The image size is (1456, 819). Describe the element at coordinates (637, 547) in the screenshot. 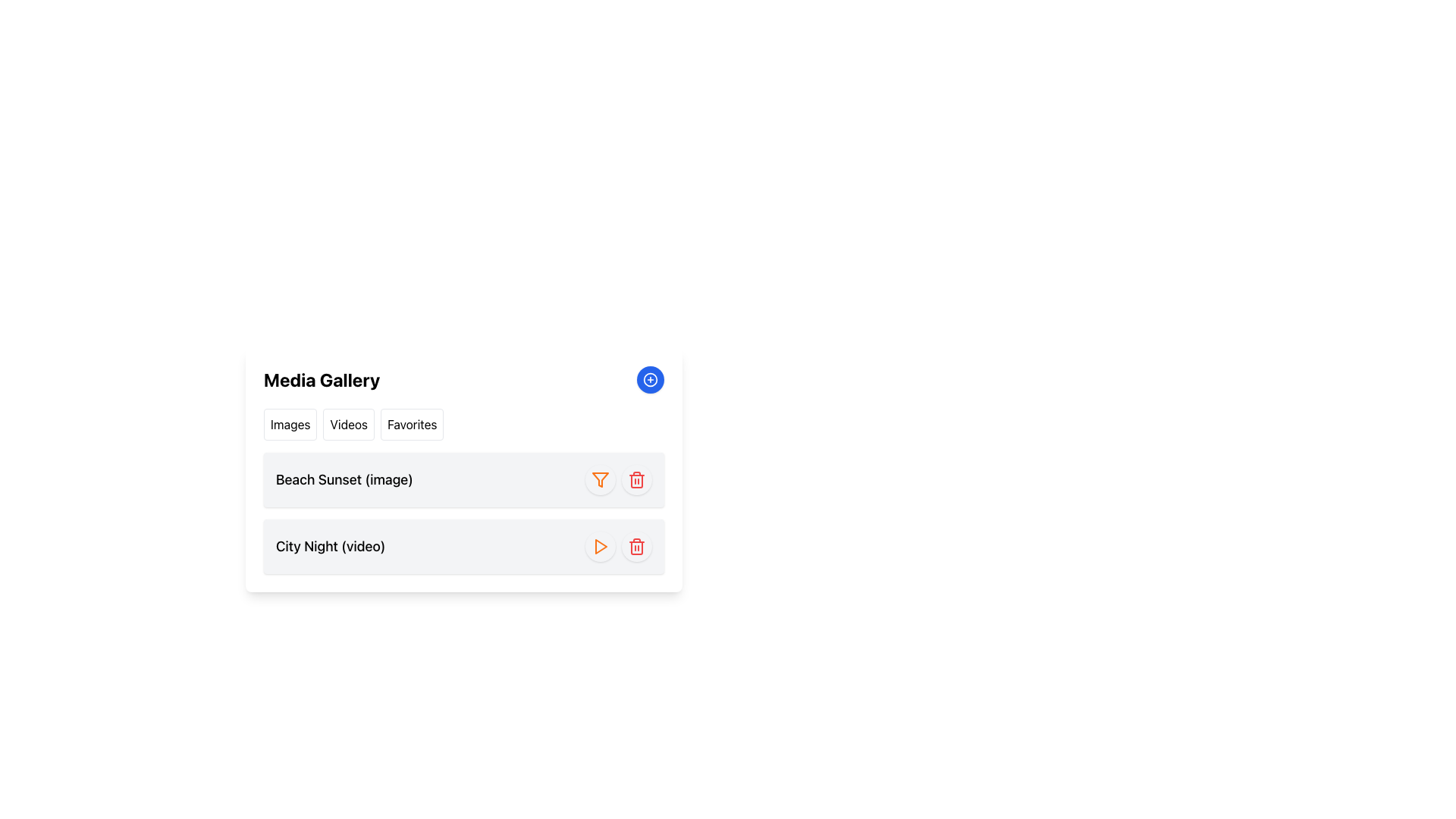

I see `the circular red trash bin button to initiate a delete action in the Media Gallery interface, specifically for the entry 'City Night (video)'` at that location.